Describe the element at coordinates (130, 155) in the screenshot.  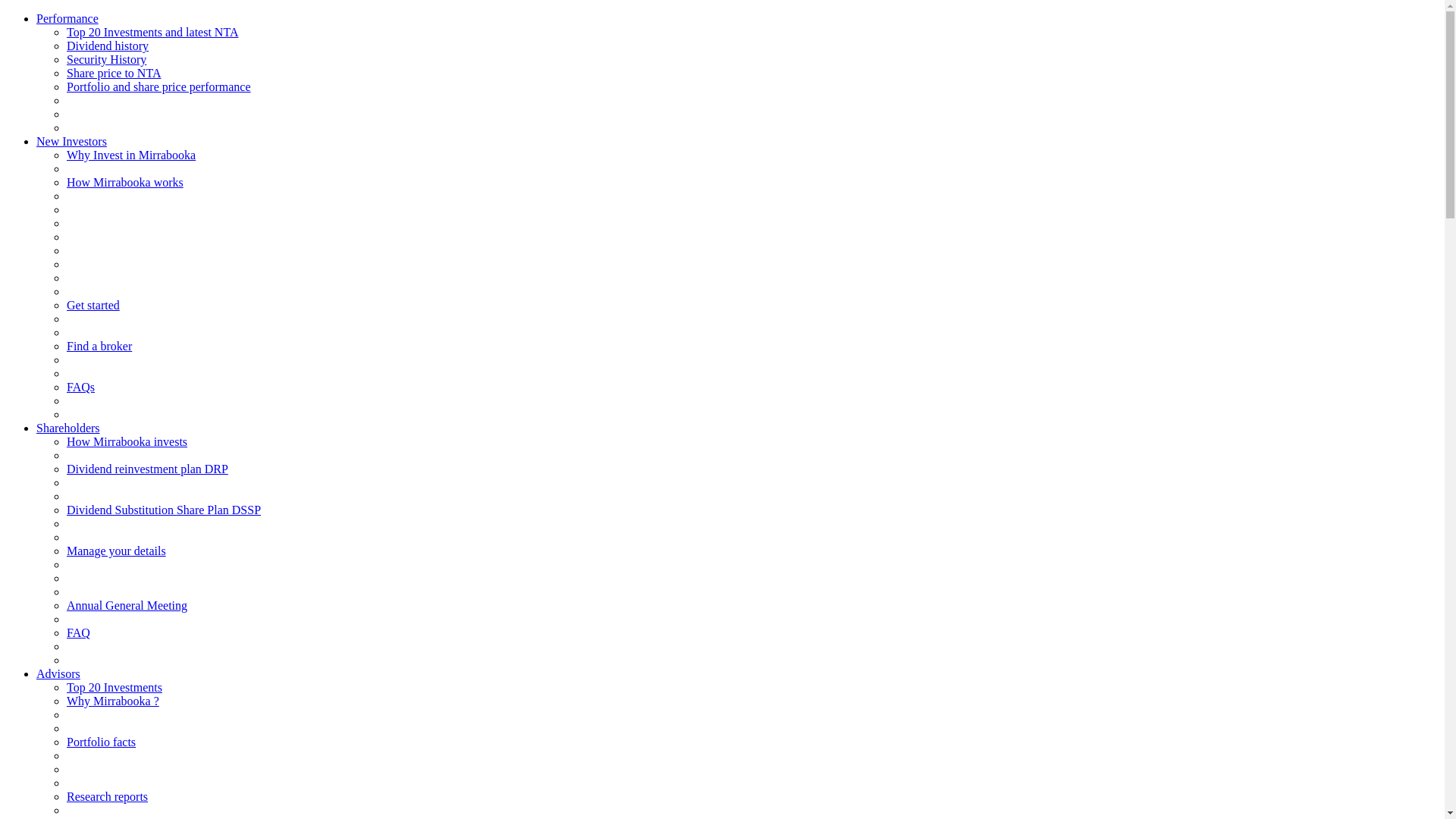
I see `'Why Invest in Mirrabooka'` at that location.